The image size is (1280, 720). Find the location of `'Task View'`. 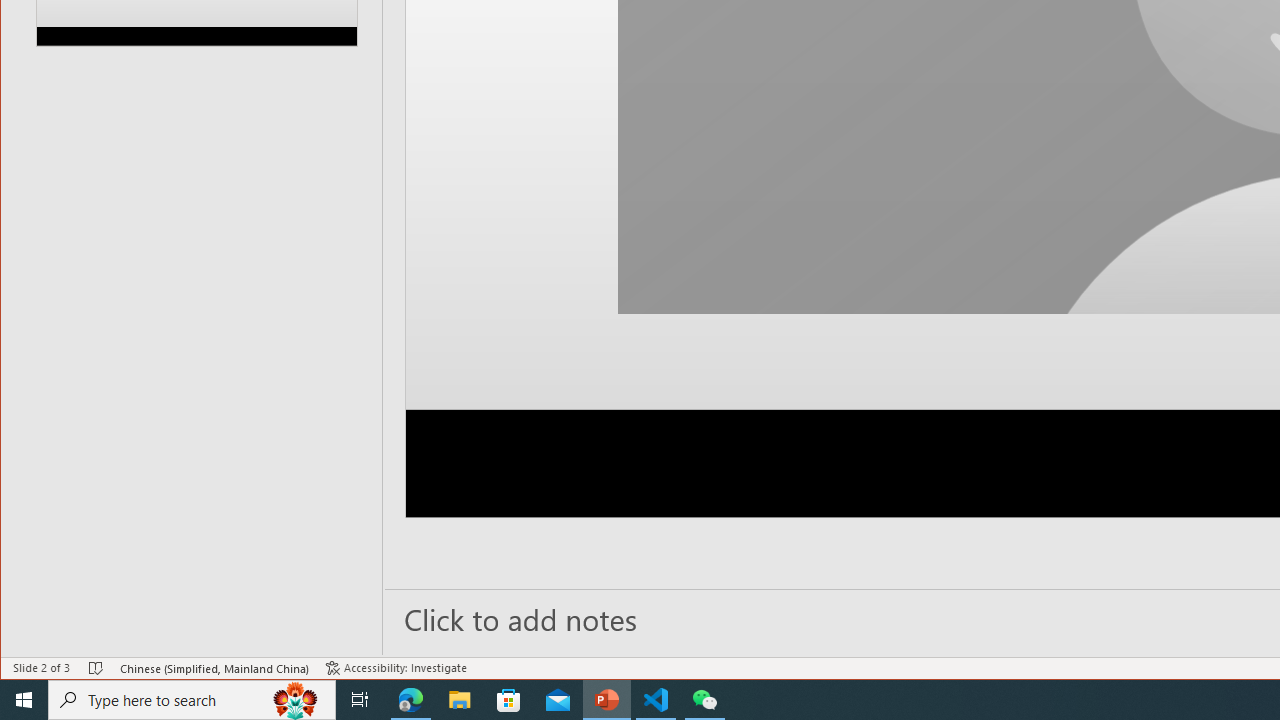

'Task View' is located at coordinates (359, 698).